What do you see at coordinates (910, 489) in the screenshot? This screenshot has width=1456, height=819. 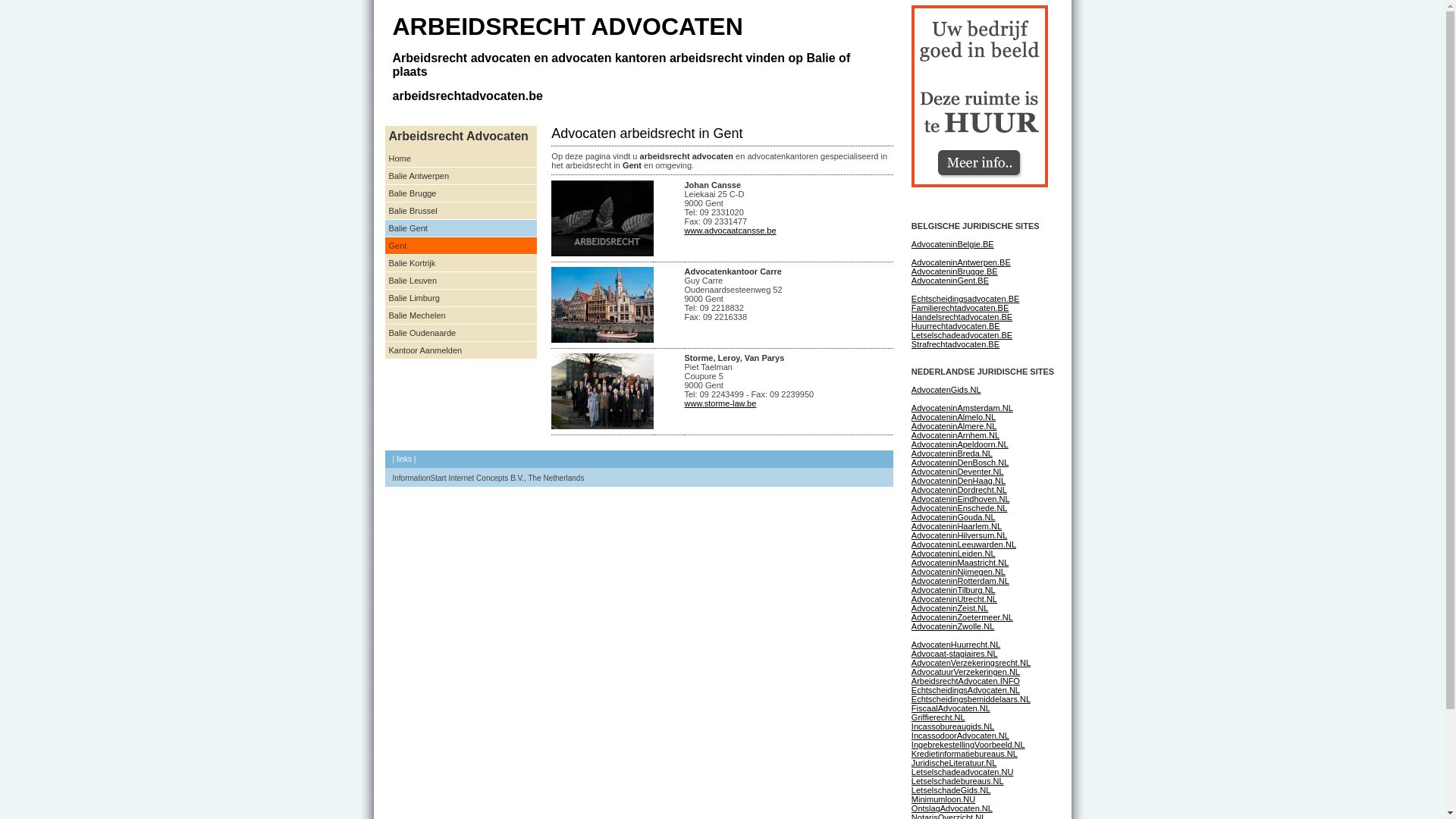 I see `'AdvocateninDordrecht.NL'` at bounding box center [910, 489].